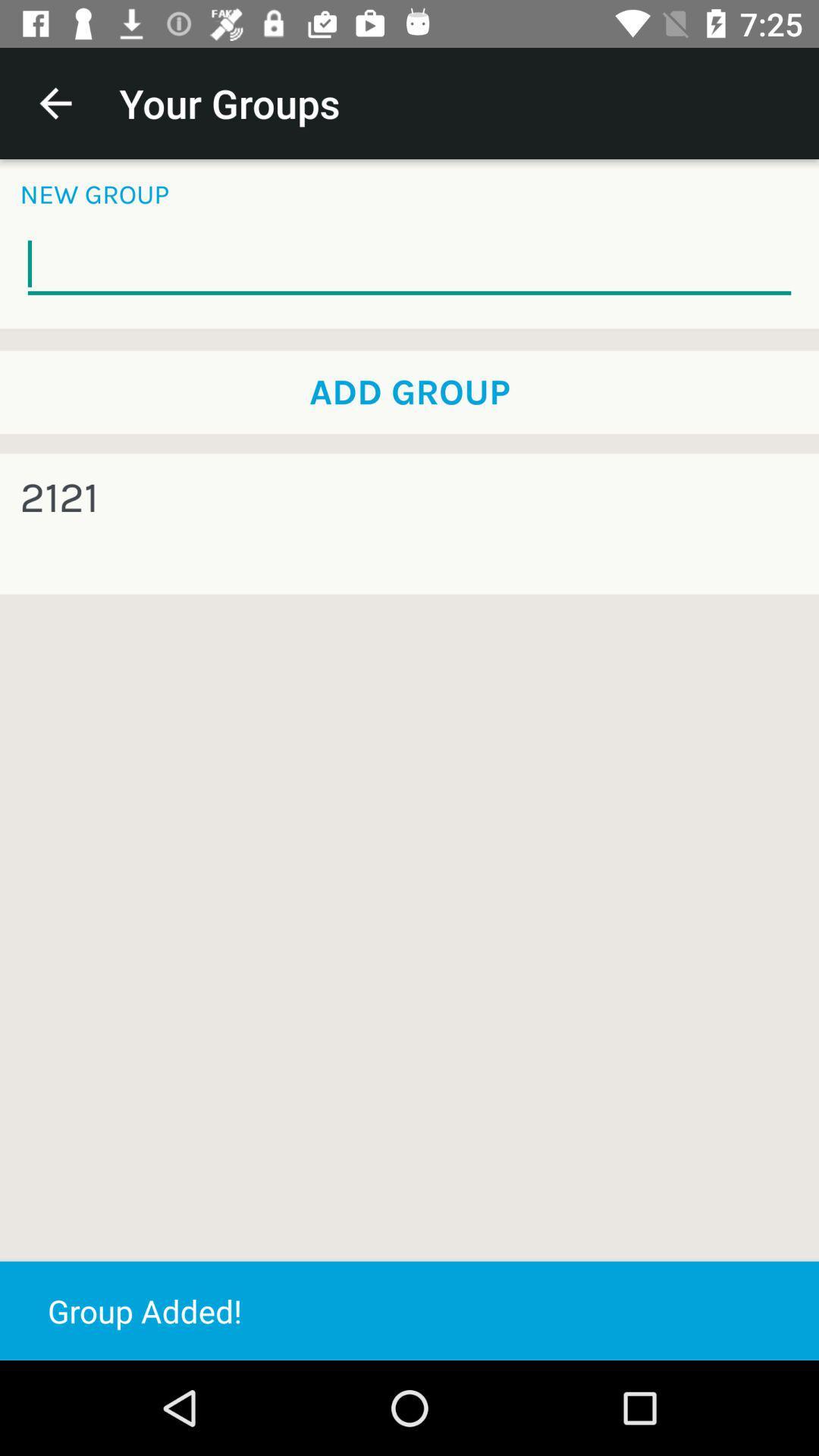 This screenshot has height=1456, width=819. I want to click on icon to the left of your groups app, so click(55, 102).